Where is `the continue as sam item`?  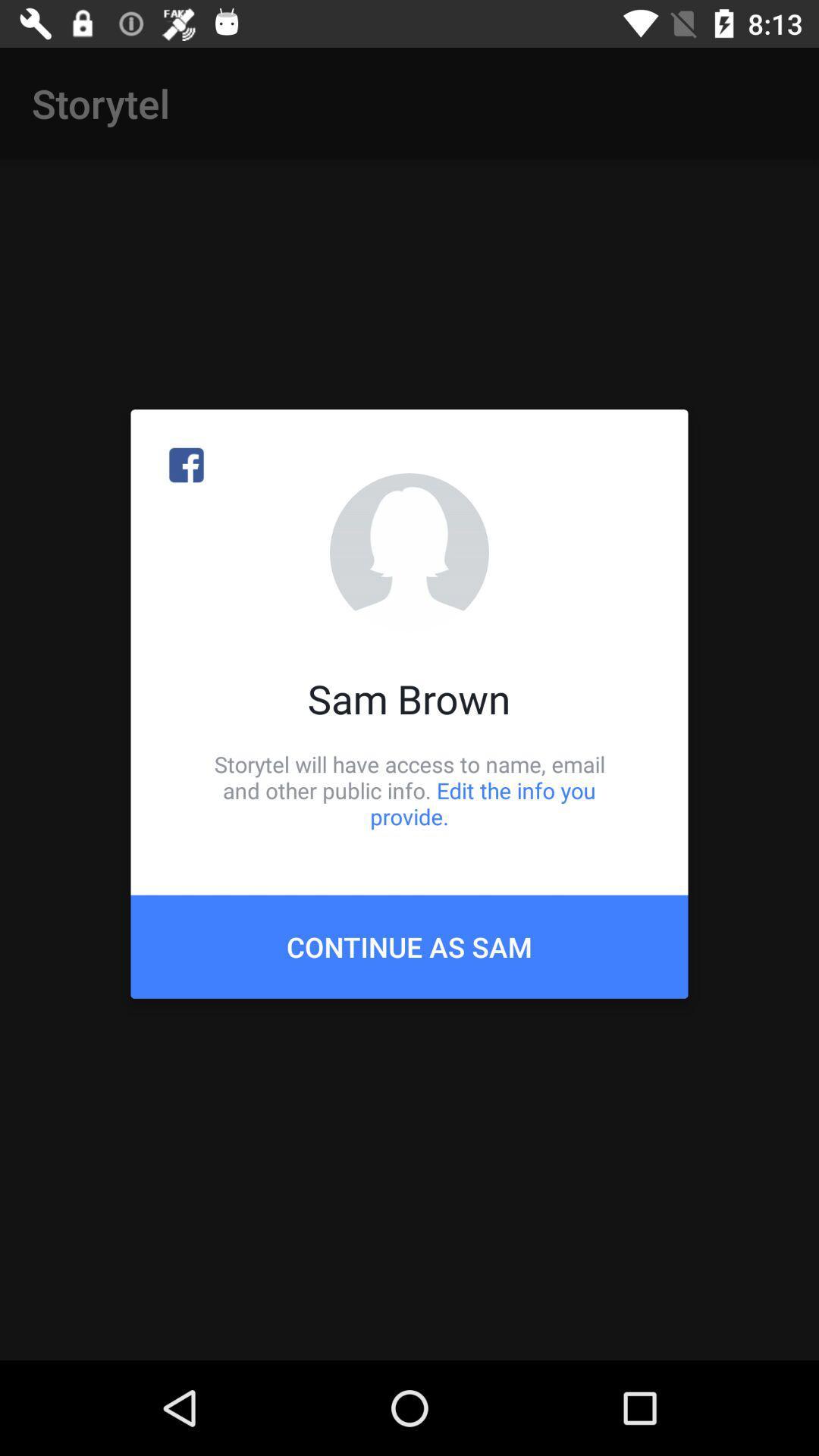 the continue as sam item is located at coordinates (409, 946).